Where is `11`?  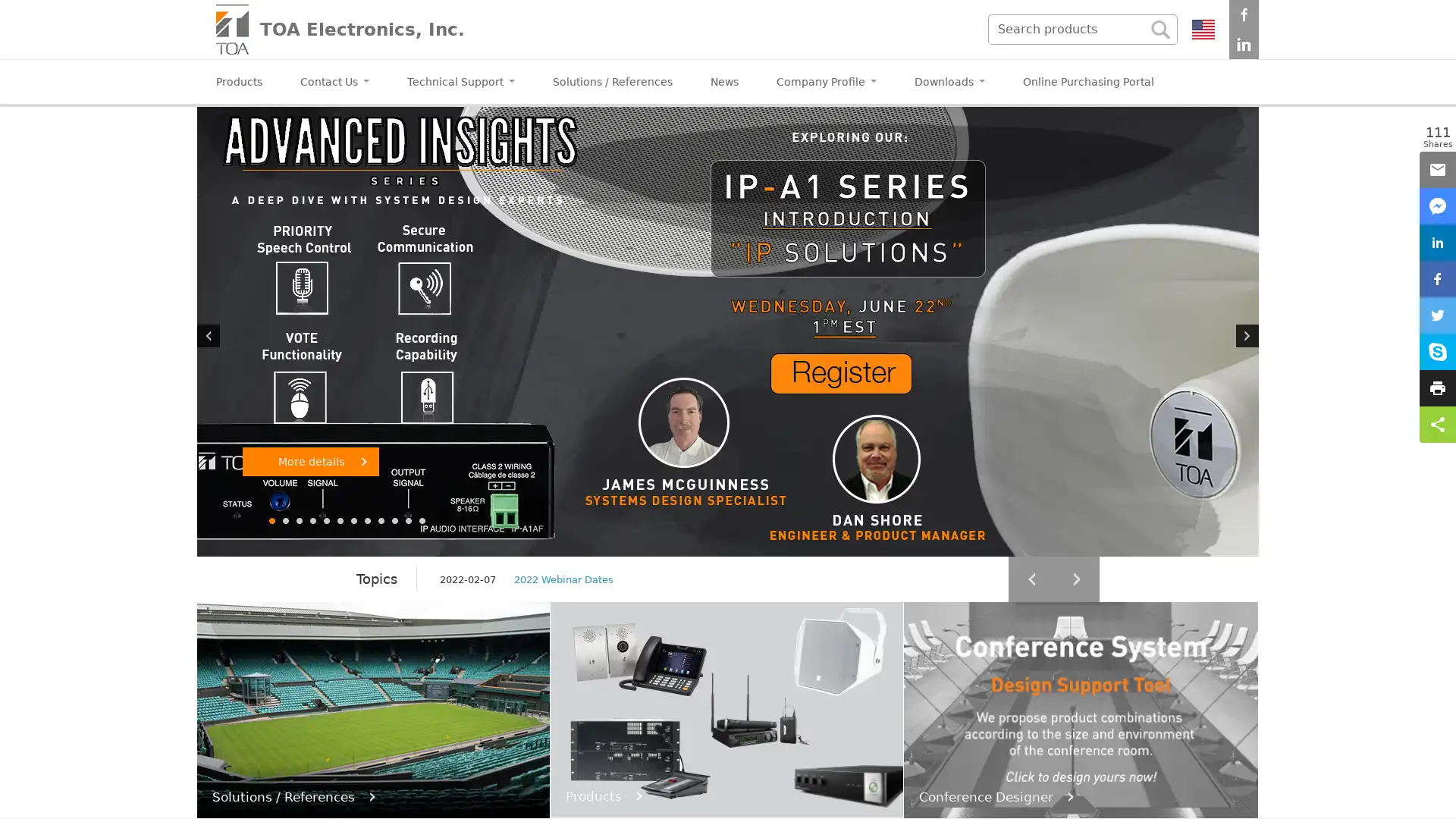
11 is located at coordinates (409, 519).